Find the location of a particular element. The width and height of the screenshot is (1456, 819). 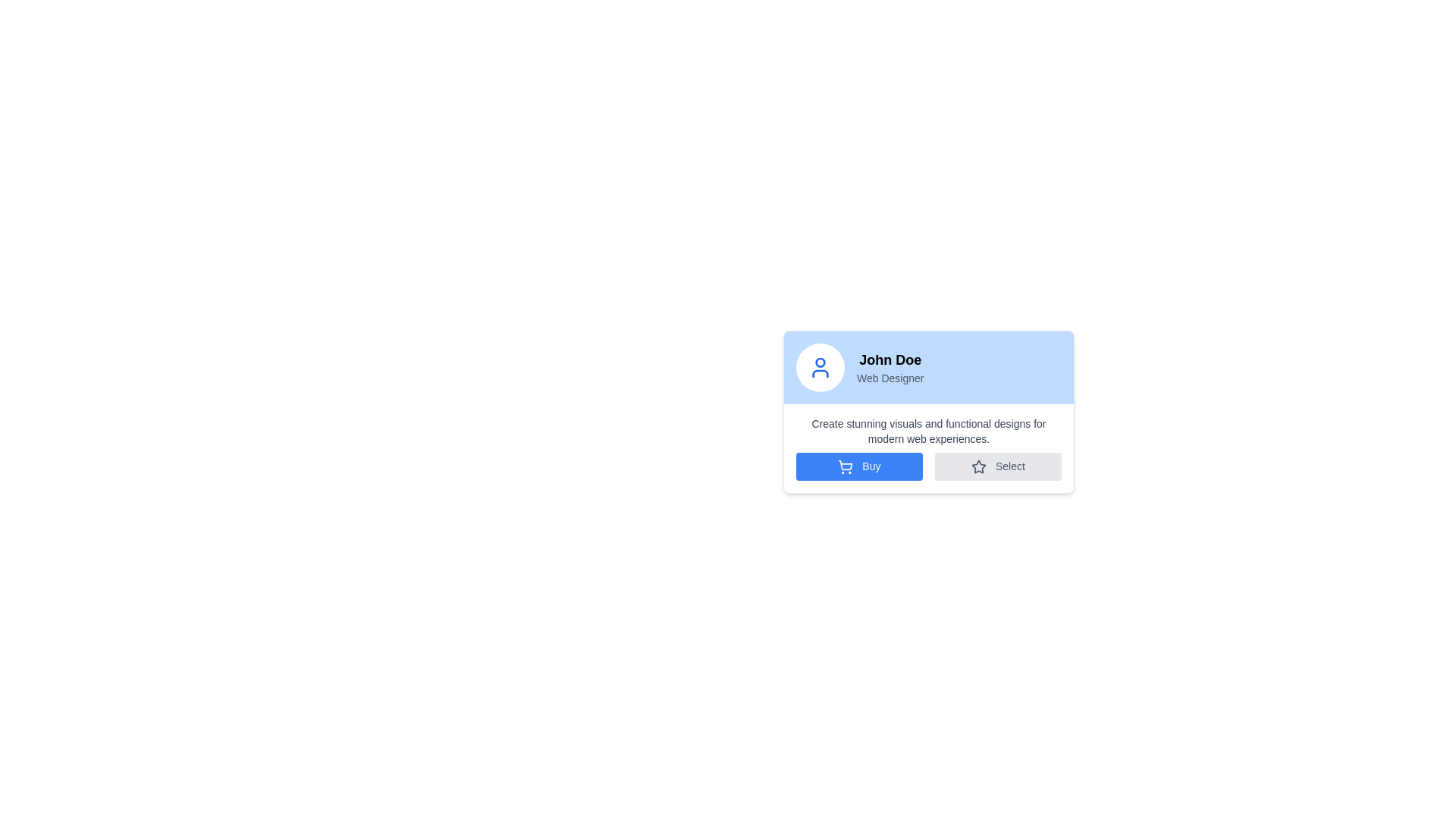

the non-interactive text label providing additional information about 'John Doe', which is positioned directly below the name and is centrally aligned is located at coordinates (890, 377).